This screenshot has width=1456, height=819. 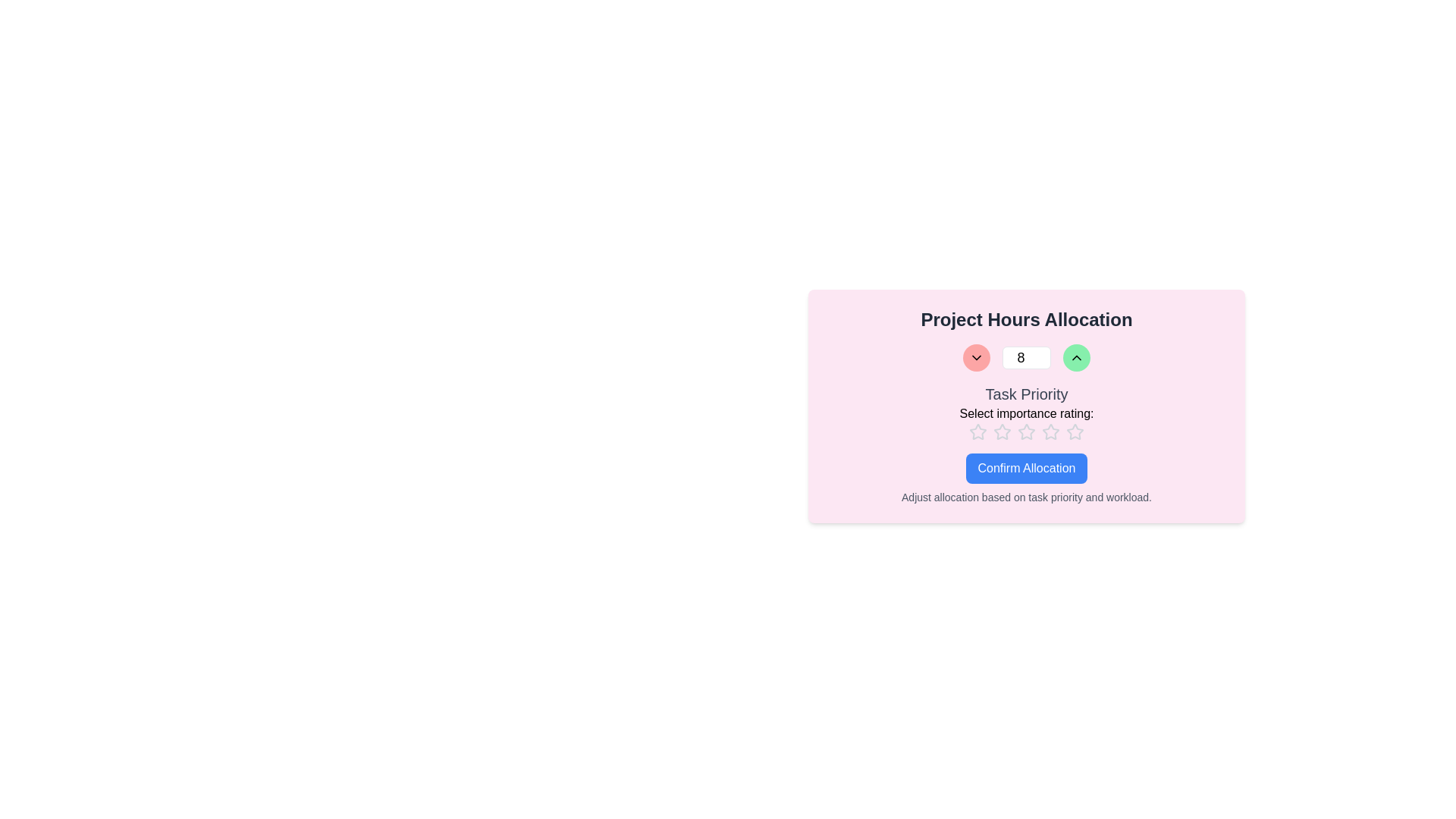 What do you see at coordinates (976, 357) in the screenshot?
I see `the leftmost button in the 'Project Hours Allocation' control strip` at bounding box center [976, 357].